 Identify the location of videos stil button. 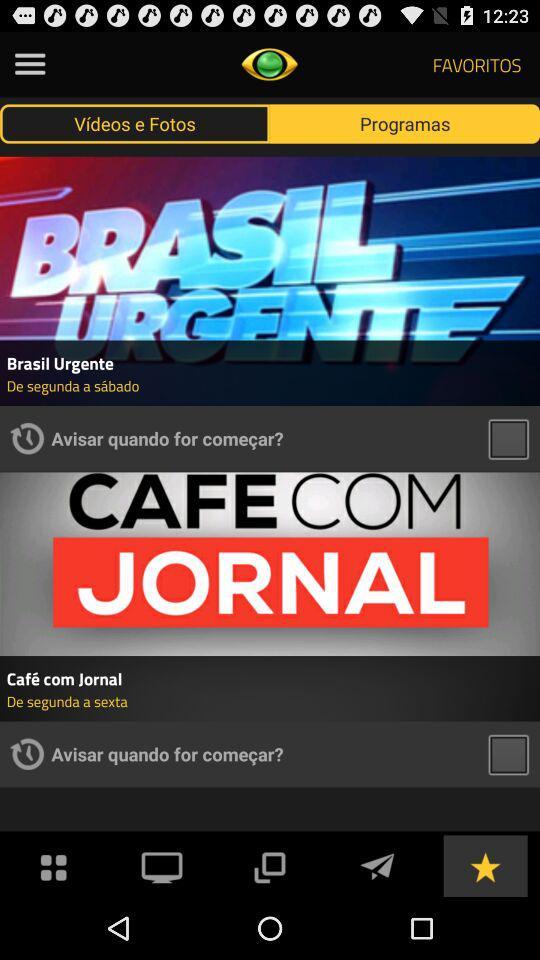
(508, 438).